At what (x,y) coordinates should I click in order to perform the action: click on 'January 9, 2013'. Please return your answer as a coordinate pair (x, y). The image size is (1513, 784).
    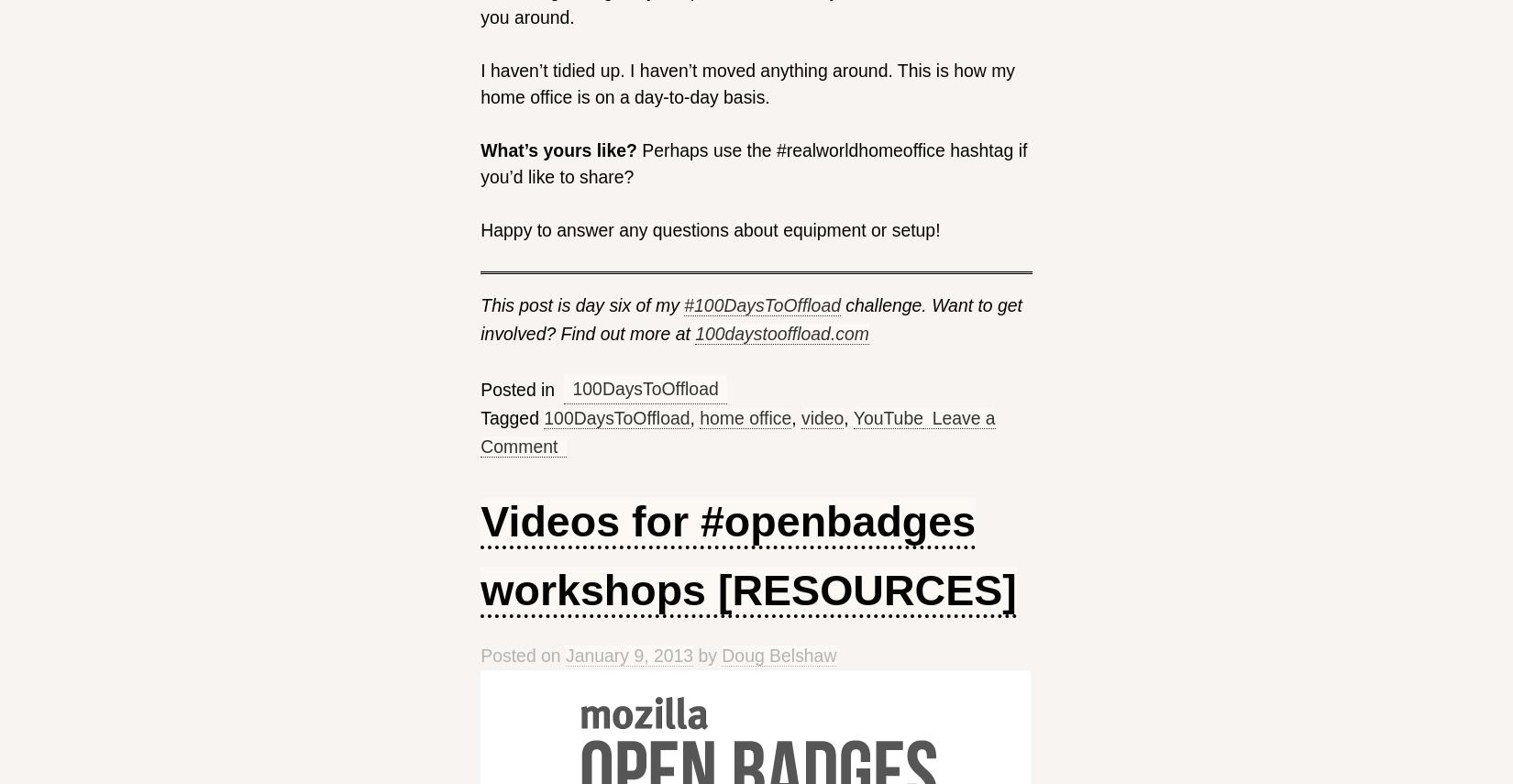
    Looking at the image, I should click on (628, 654).